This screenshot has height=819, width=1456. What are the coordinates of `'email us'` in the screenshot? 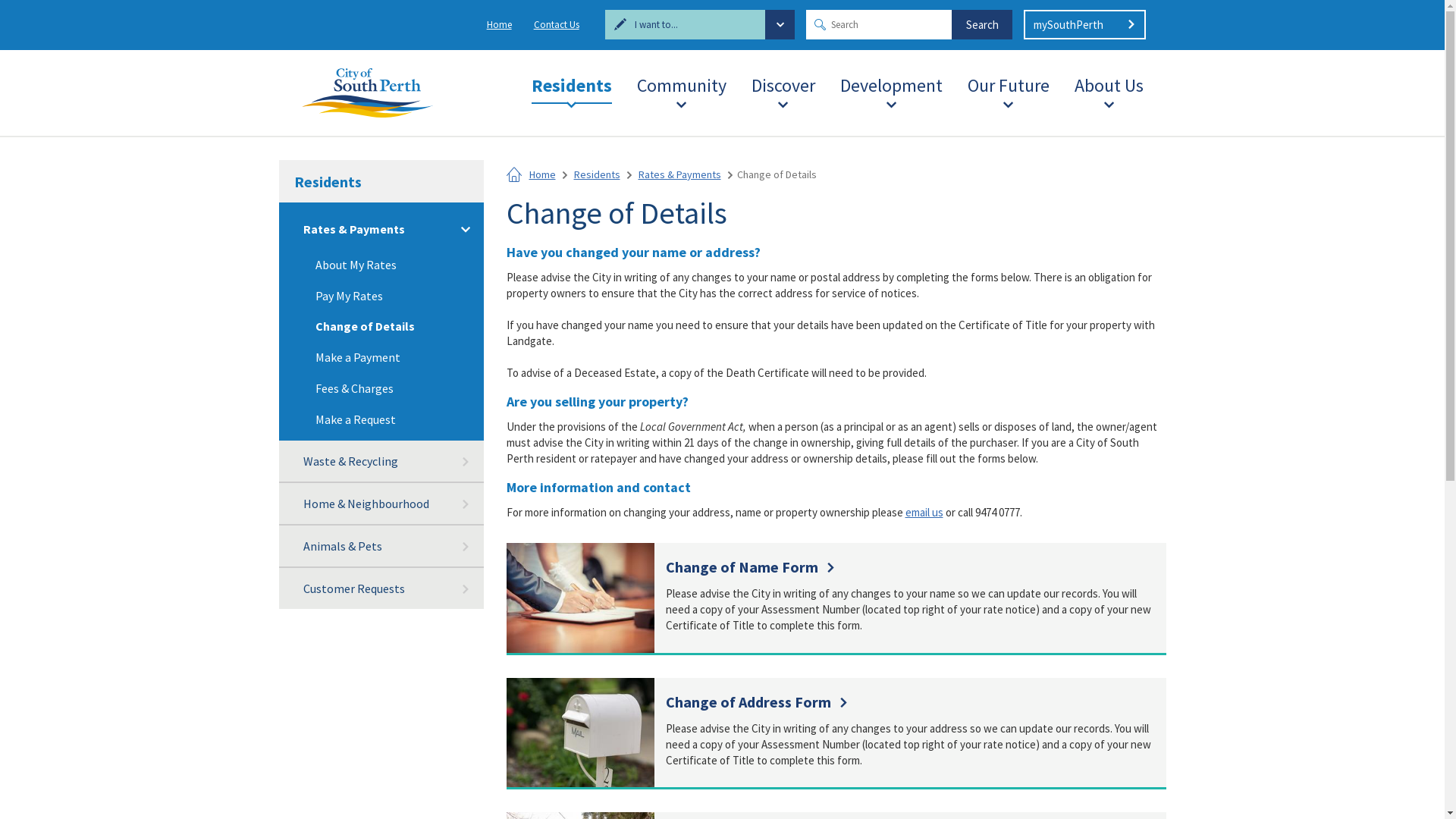 It's located at (924, 512).